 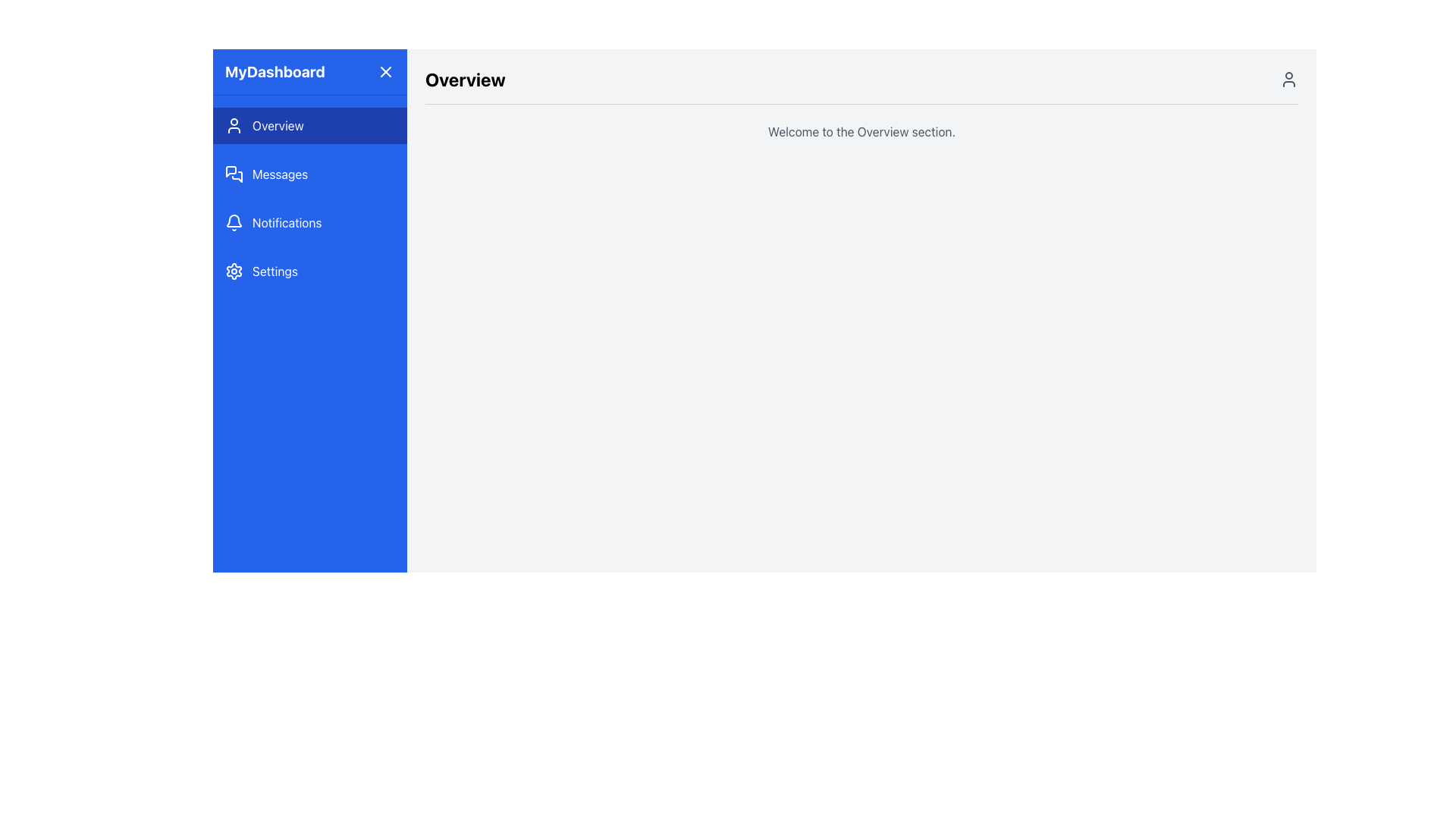 I want to click on the speech bubble icon located in the left navigation panel, second from the top, next to the 'Messages' label, so click(x=233, y=174).